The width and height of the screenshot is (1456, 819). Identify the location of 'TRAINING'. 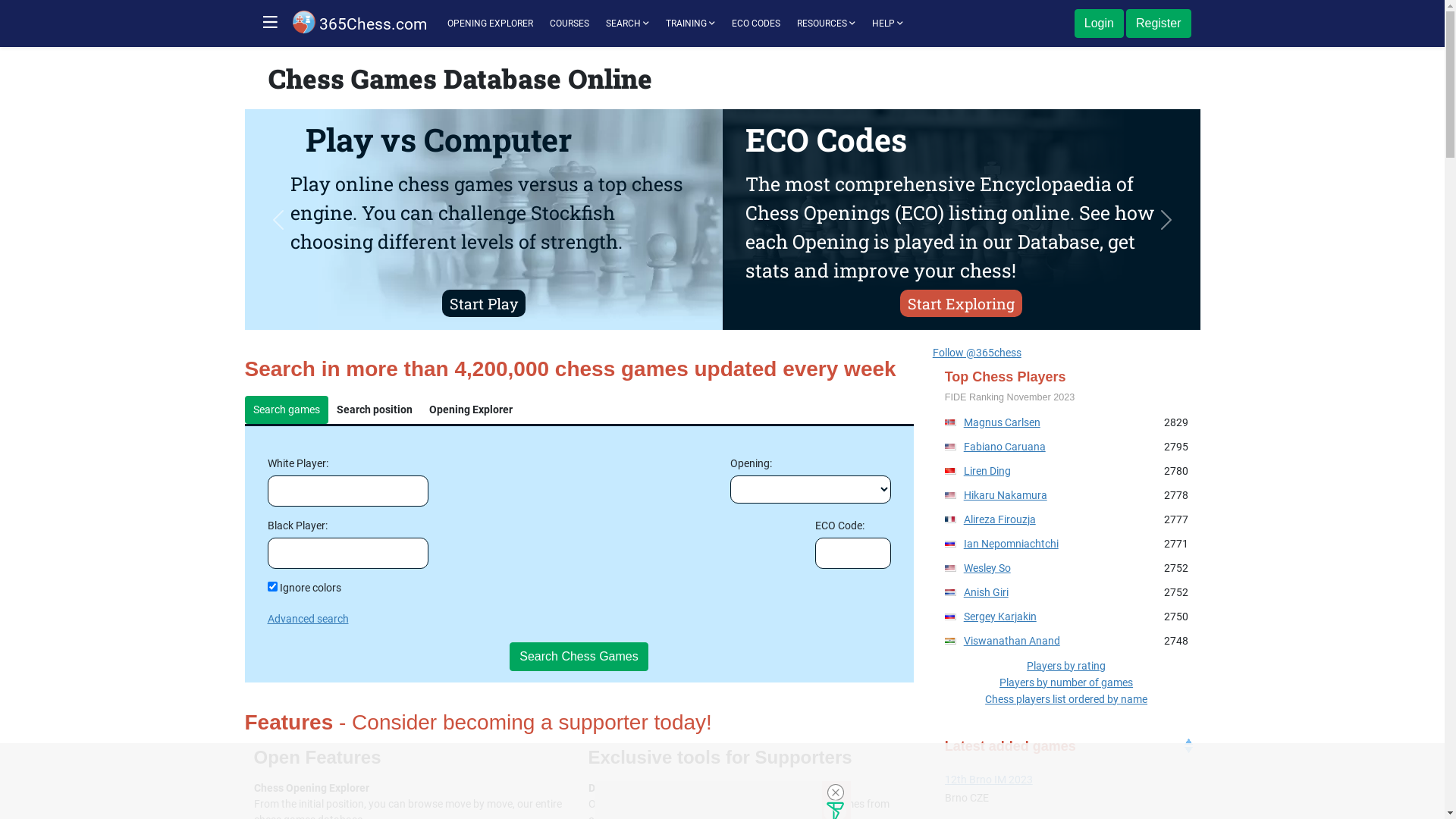
(689, 23).